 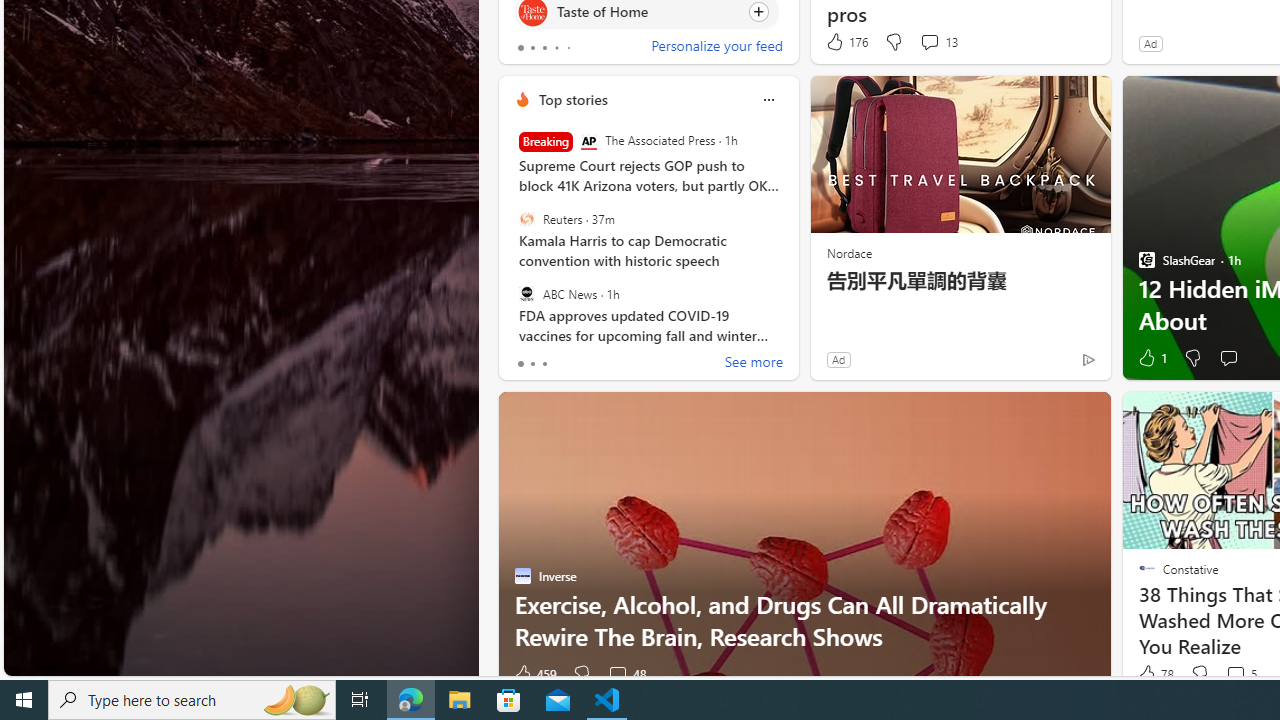 What do you see at coordinates (526, 219) in the screenshot?
I see `'Reuters'` at bounding box center [526, 219].